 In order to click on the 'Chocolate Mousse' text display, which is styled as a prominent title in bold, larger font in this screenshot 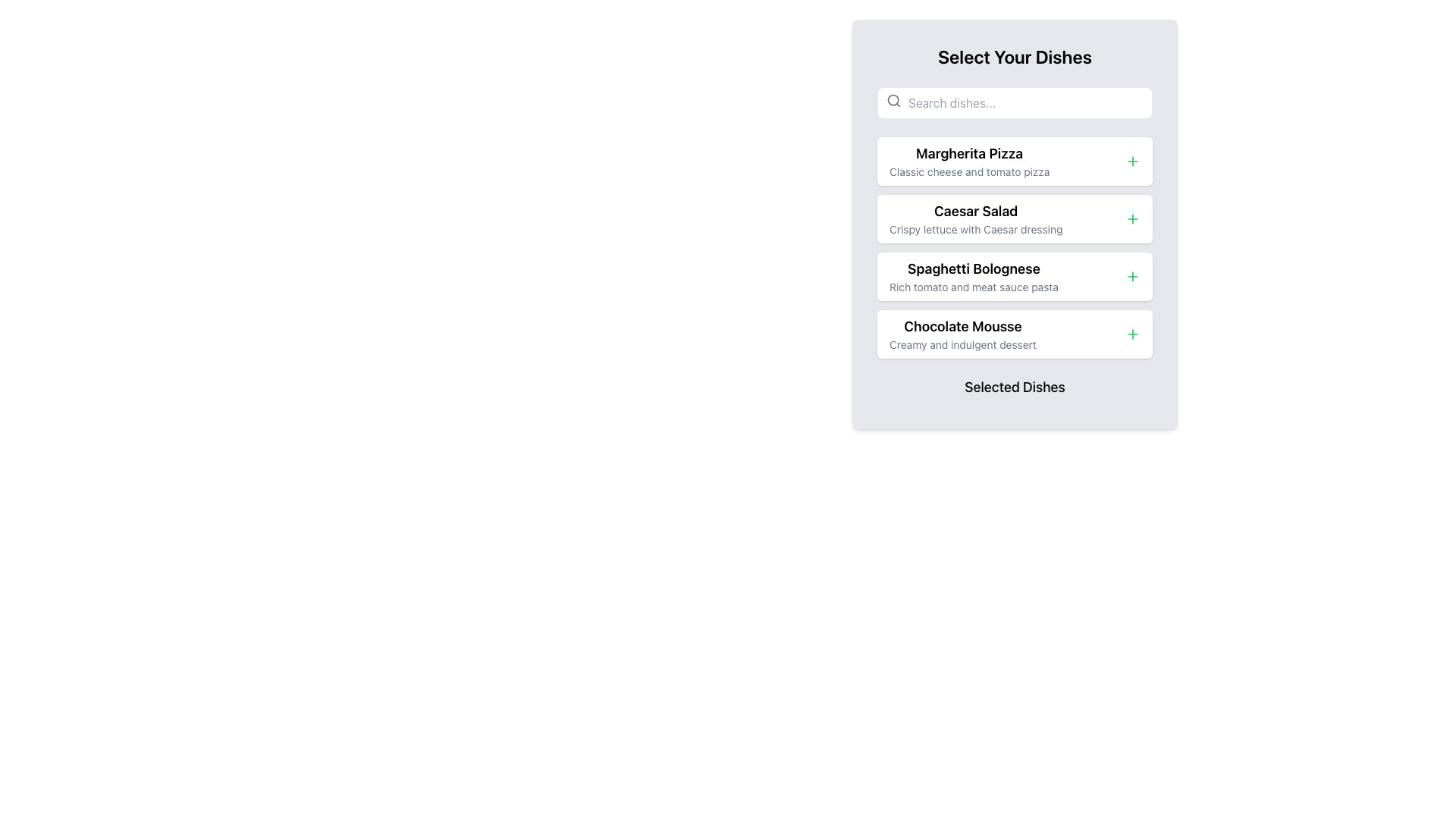, I will do `click(962, 333)`.